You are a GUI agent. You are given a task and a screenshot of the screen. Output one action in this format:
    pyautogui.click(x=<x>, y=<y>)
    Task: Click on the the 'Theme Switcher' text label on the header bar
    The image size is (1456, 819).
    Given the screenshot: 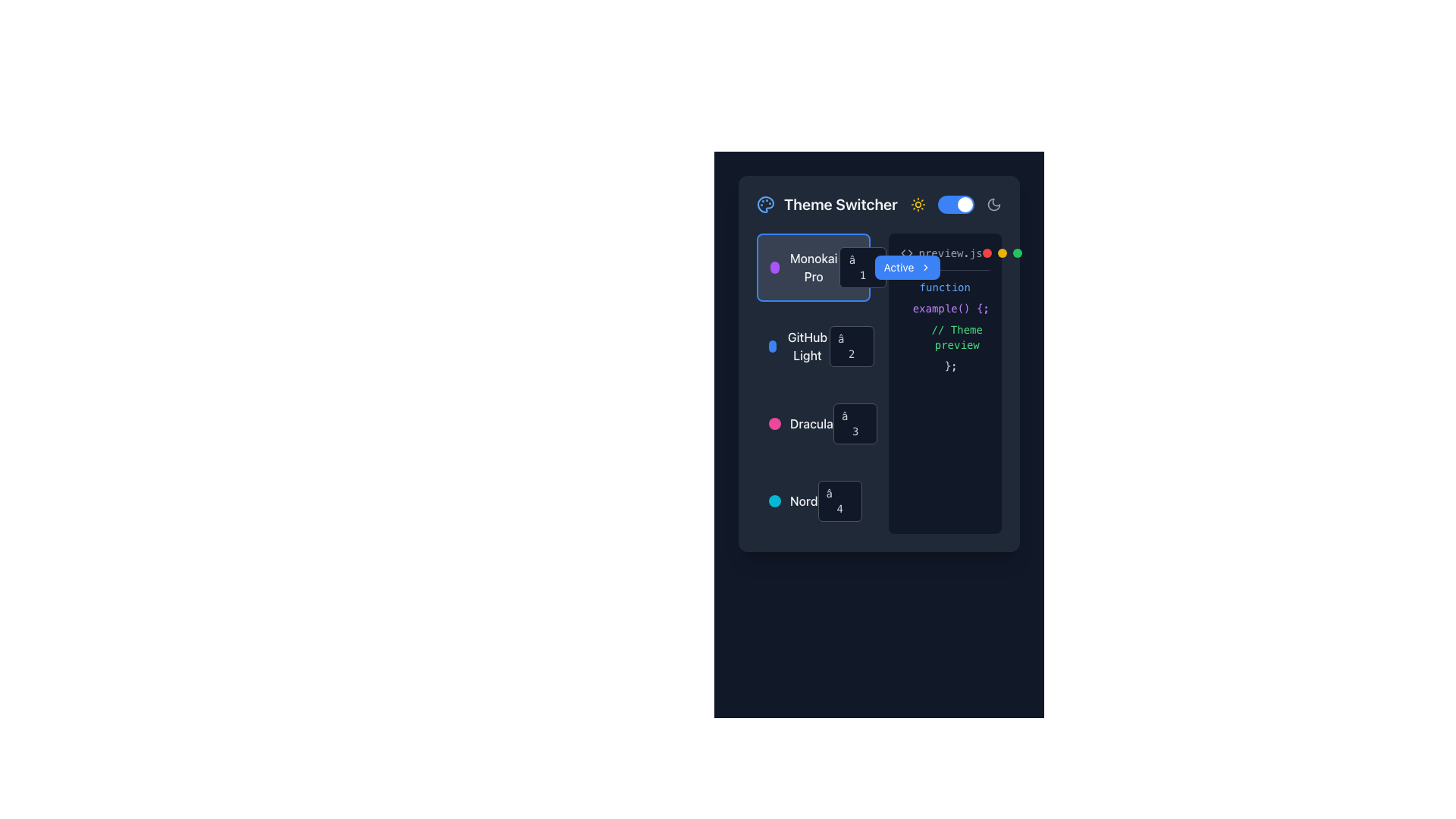 What is the action you would take?
    pyautogui.click(x=879, y=205)
    